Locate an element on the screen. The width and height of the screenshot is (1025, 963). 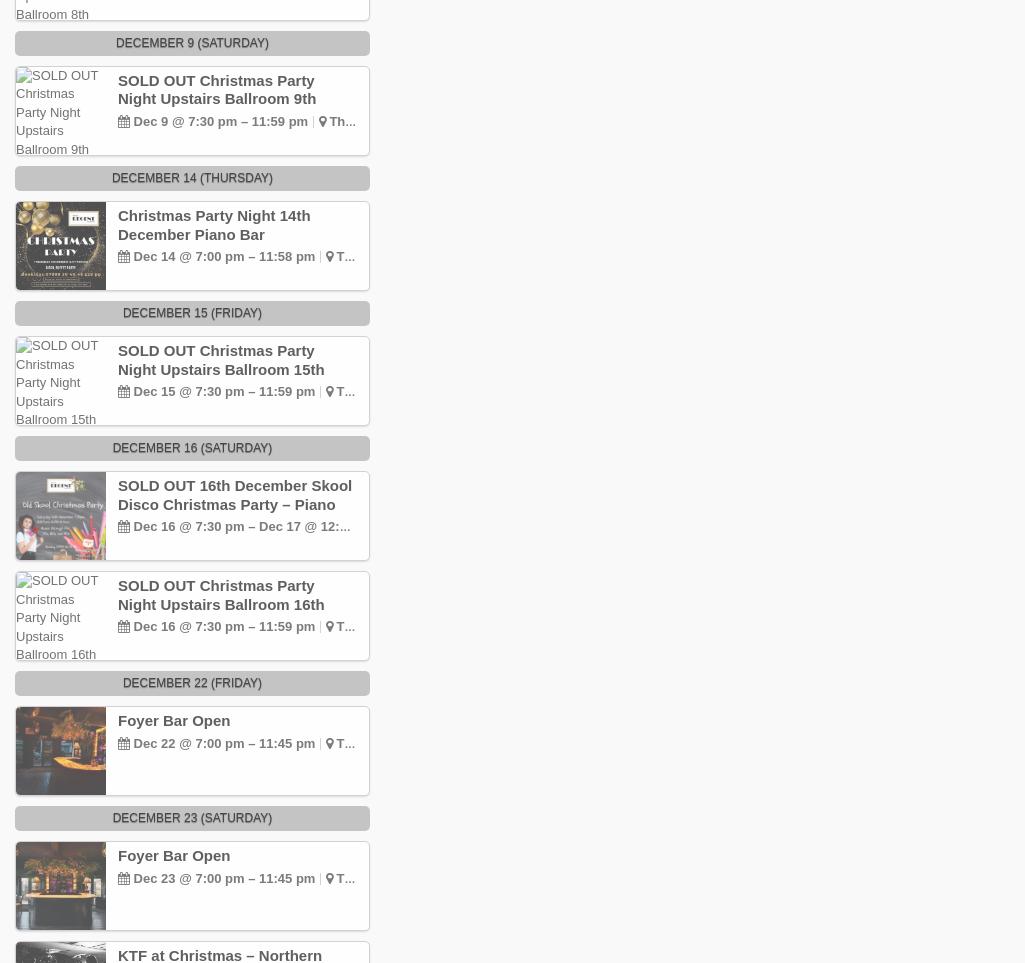
'December 16 (Saturday)' is located at coordinates (191, 446).